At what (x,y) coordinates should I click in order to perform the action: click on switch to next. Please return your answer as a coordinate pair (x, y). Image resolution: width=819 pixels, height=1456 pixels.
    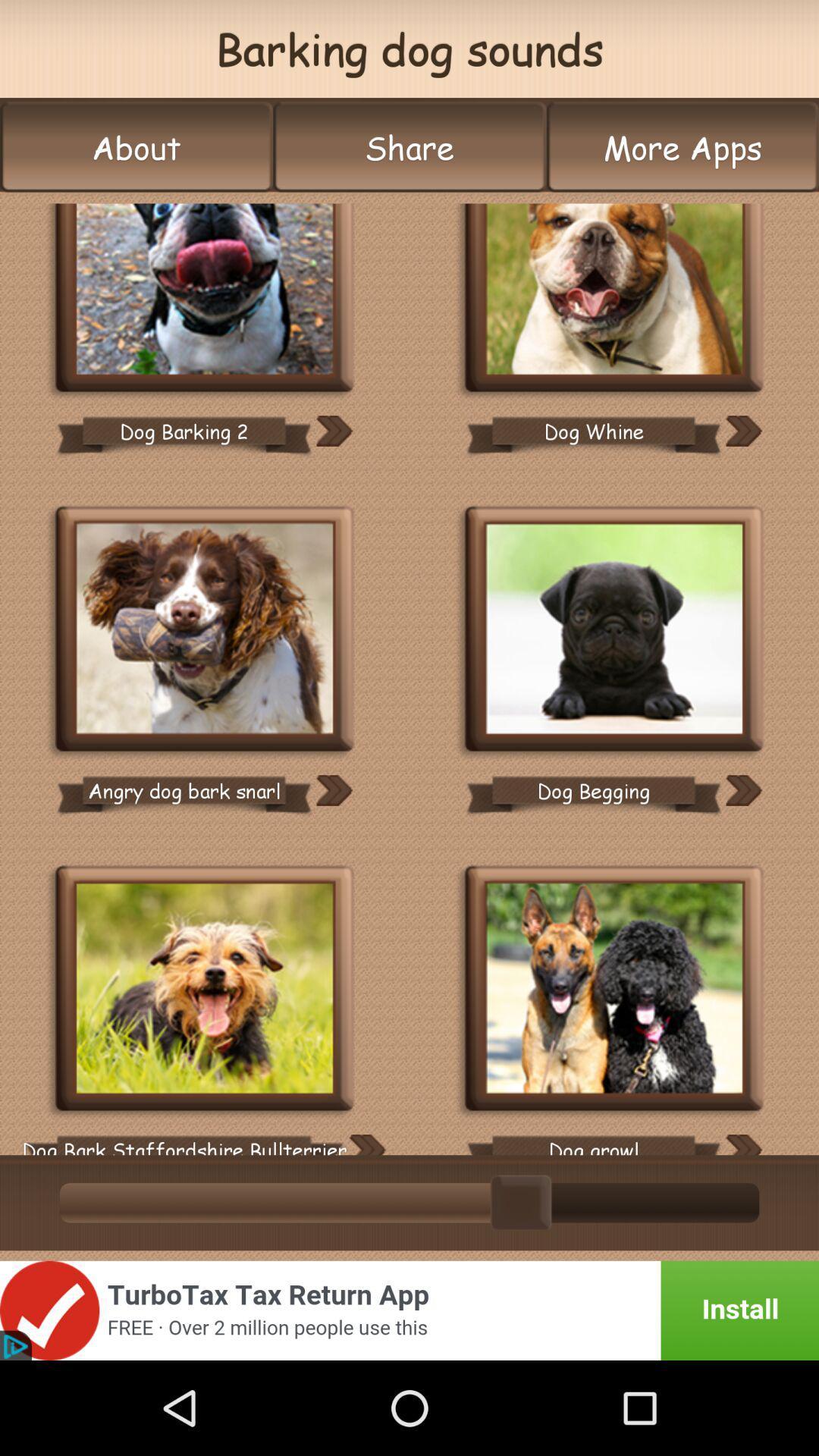
    Looking at the image, I should click on (742, 430).